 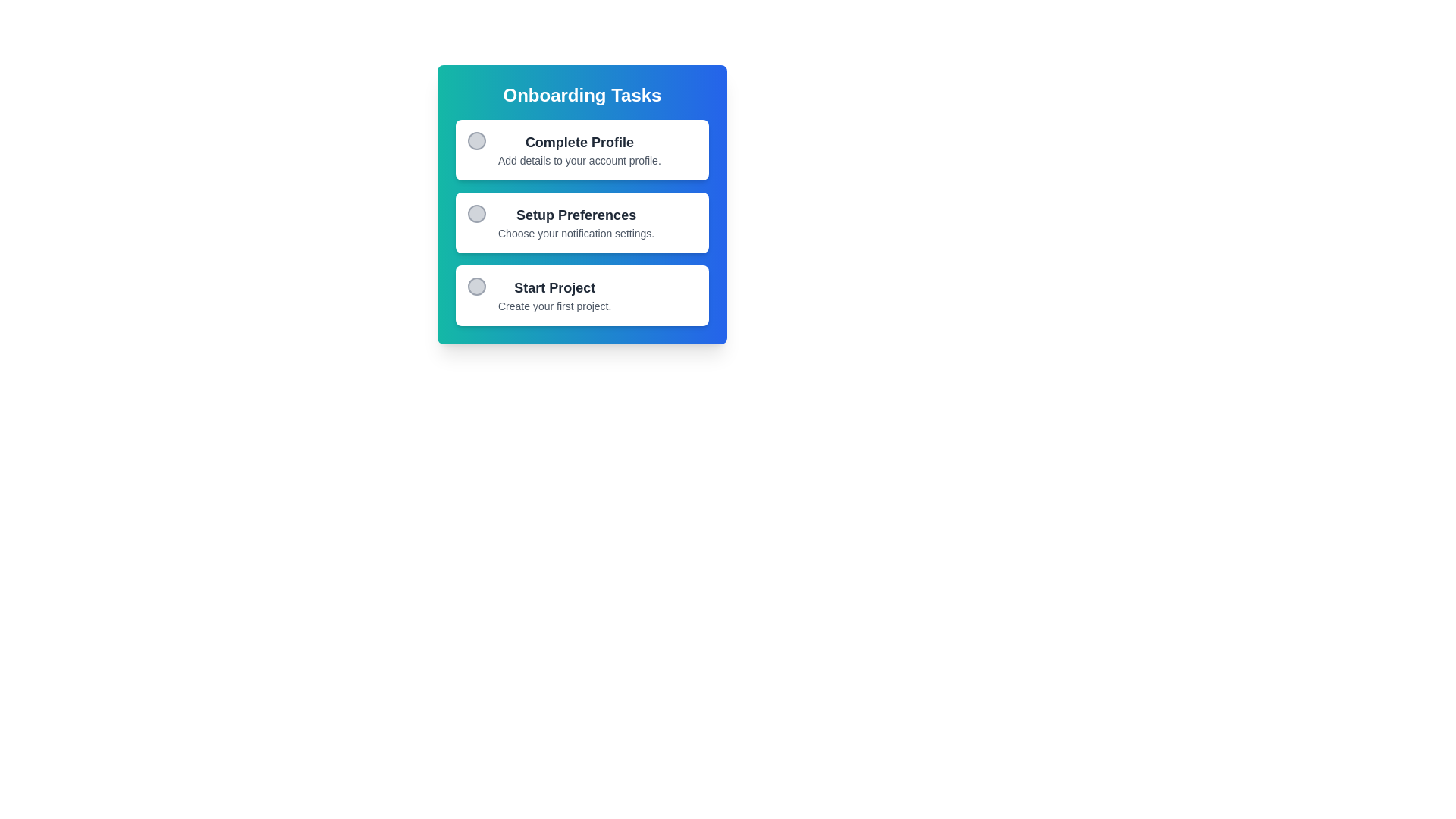 What do you see at coordinates (554, 295) in the screenshot?
I see `the Static Text Block displaying 'Start Project' and 'Create your first project', which is the last element in a vertical list of text components within the 'Onboarding Tasks' card interface` at bounding box center [554, 295].